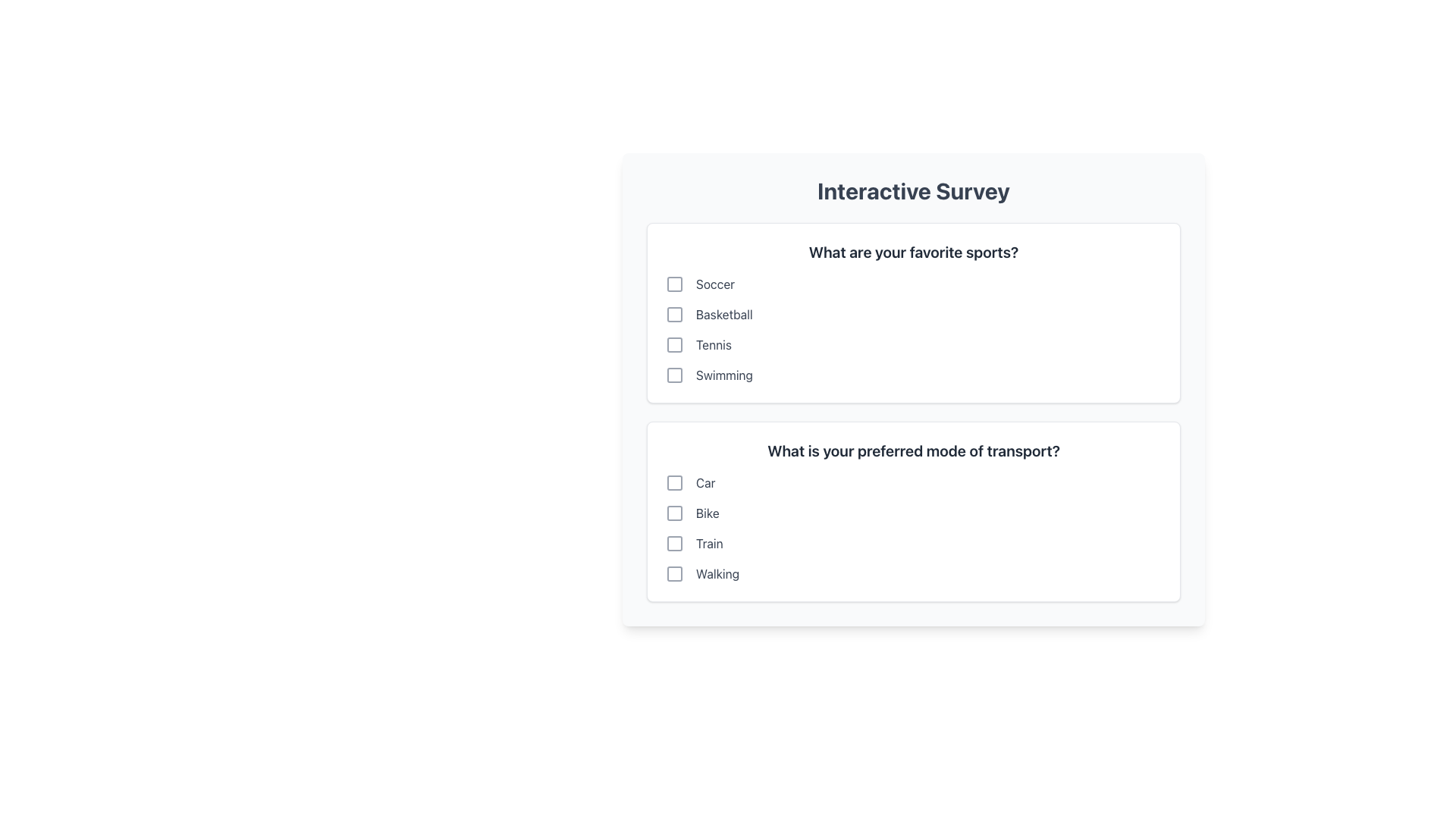 The width and height of the screenshot is (1456, 819). What do you see at coordinates (673, 375) in the screenshot?
I see `the checkbox labeled 'Swimming', which is the fourth checkbox in the list of favorite sports options` at bounding box center [673, 375].